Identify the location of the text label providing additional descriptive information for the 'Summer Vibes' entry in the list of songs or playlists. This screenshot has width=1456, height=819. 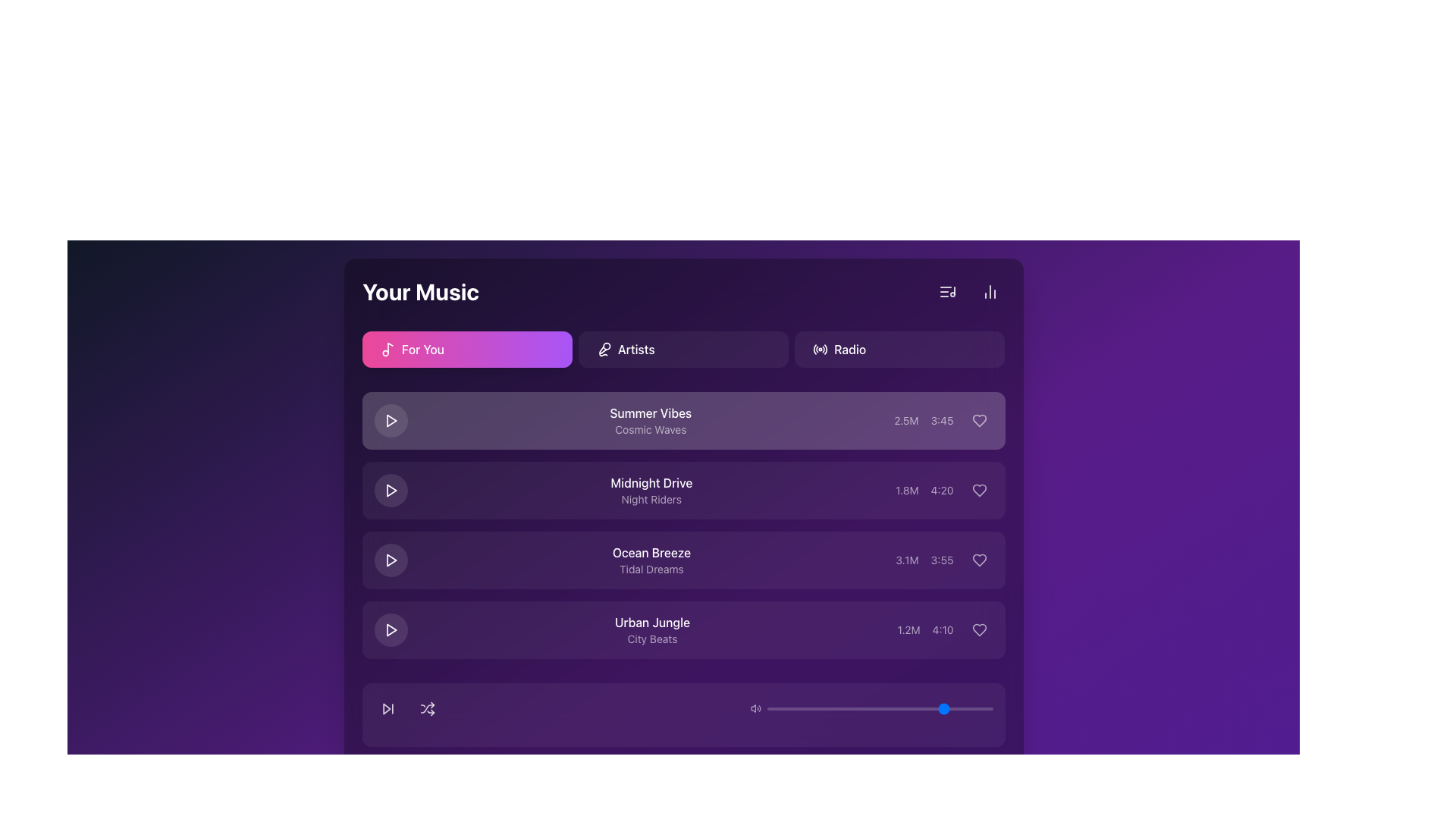
(651, 430).